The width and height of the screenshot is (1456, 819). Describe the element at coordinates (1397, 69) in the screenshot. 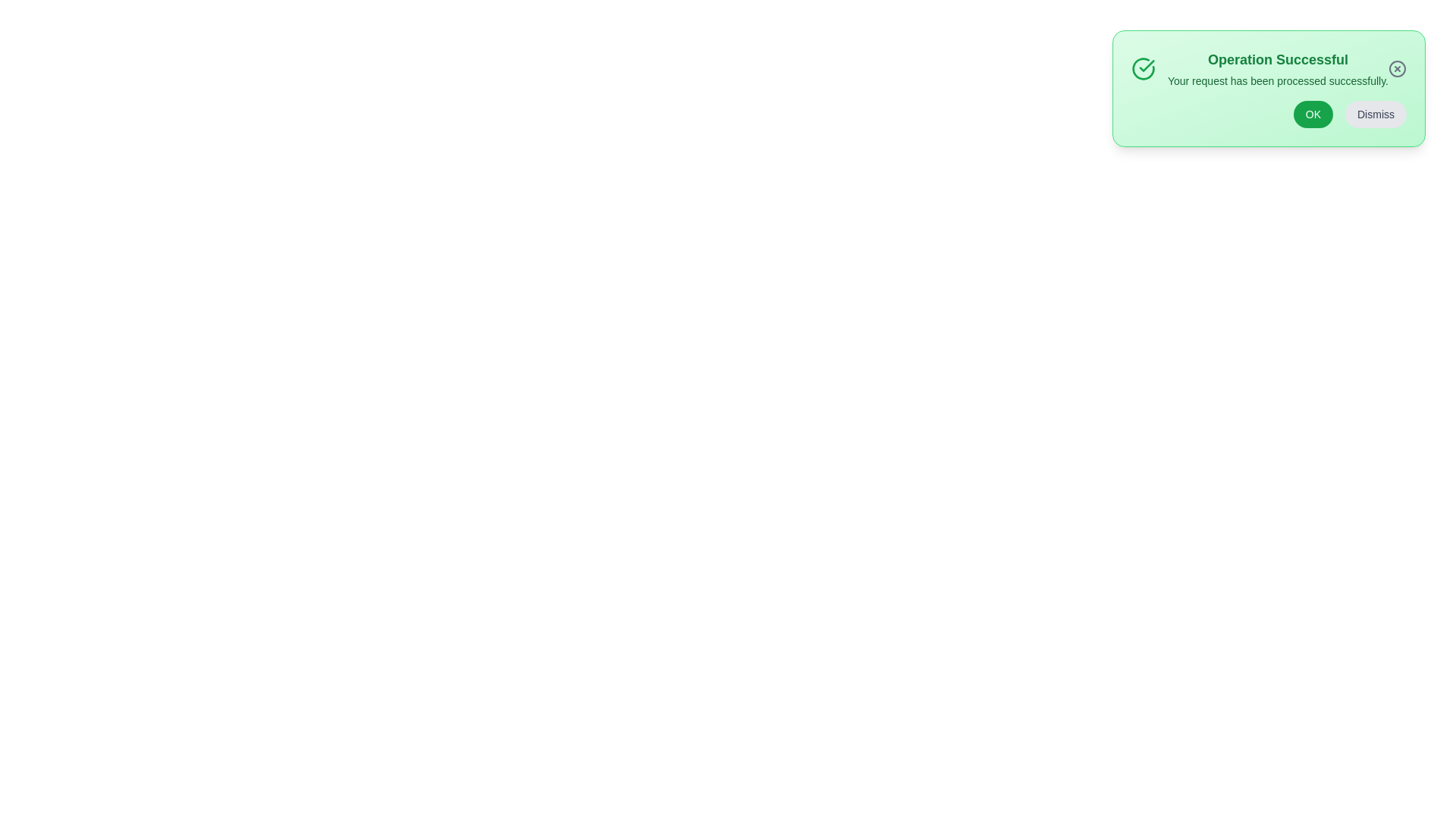

I see `the close button to dismiss the alert` at that location.